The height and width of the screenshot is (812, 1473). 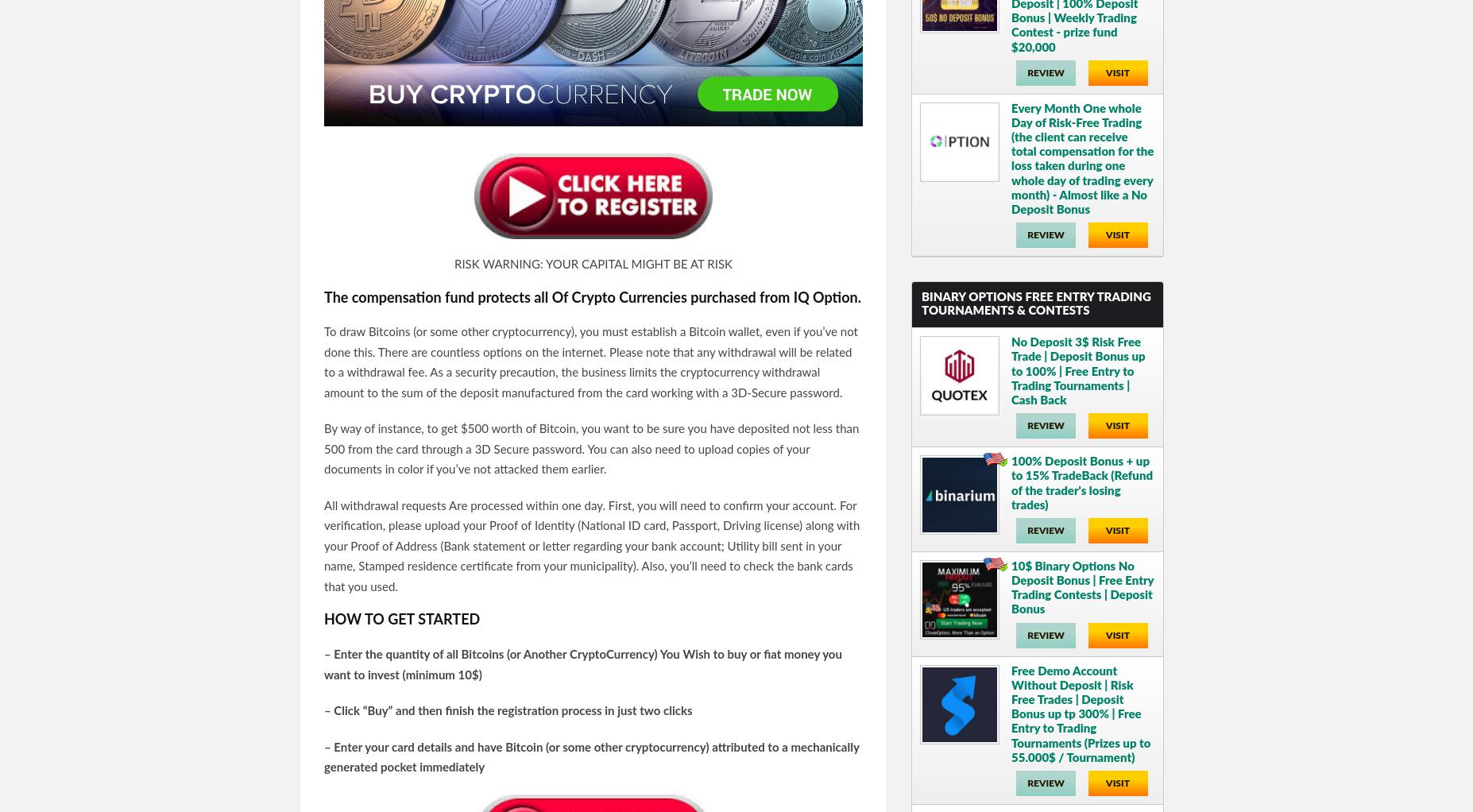 What do you see at coordinates (592, 265) in the screenshot?
I see `'RISK WARNING: YOUR CAPITAL MIGHT BE AT RISK'` at bounding box center [592, 265].